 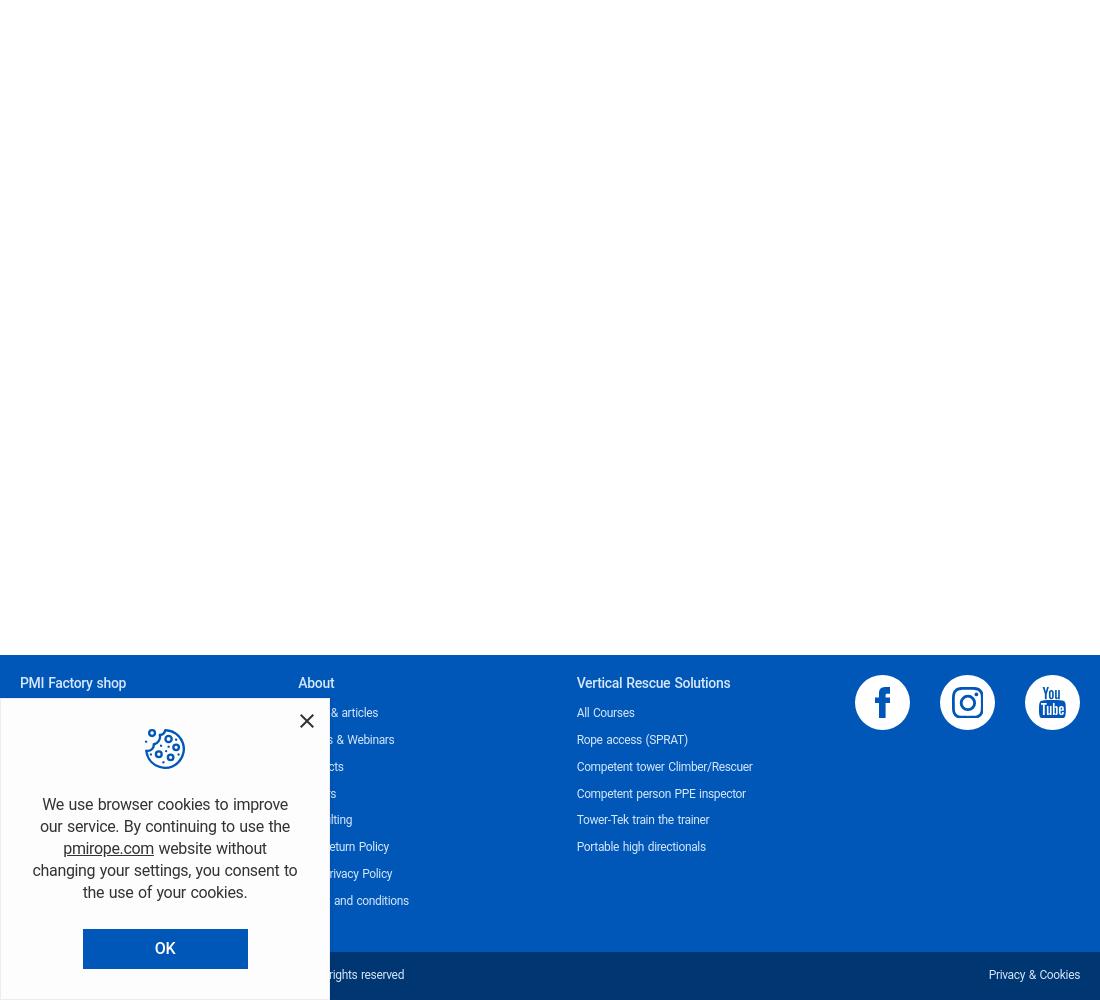 I want to click on 'Patient Care', so click(x=50, y=873).